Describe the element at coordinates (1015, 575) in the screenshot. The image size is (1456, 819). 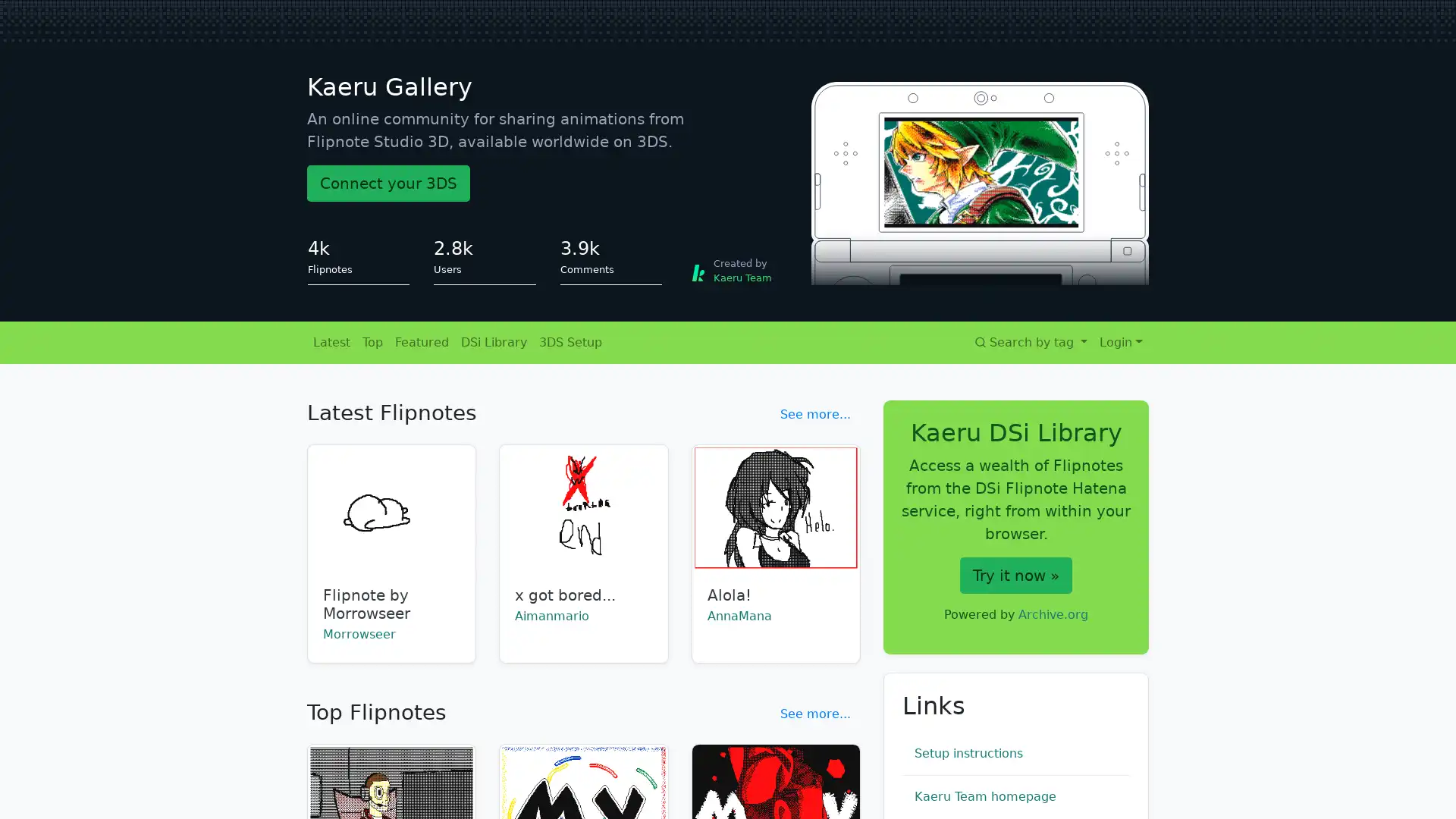
I see `Try it now` at that location.